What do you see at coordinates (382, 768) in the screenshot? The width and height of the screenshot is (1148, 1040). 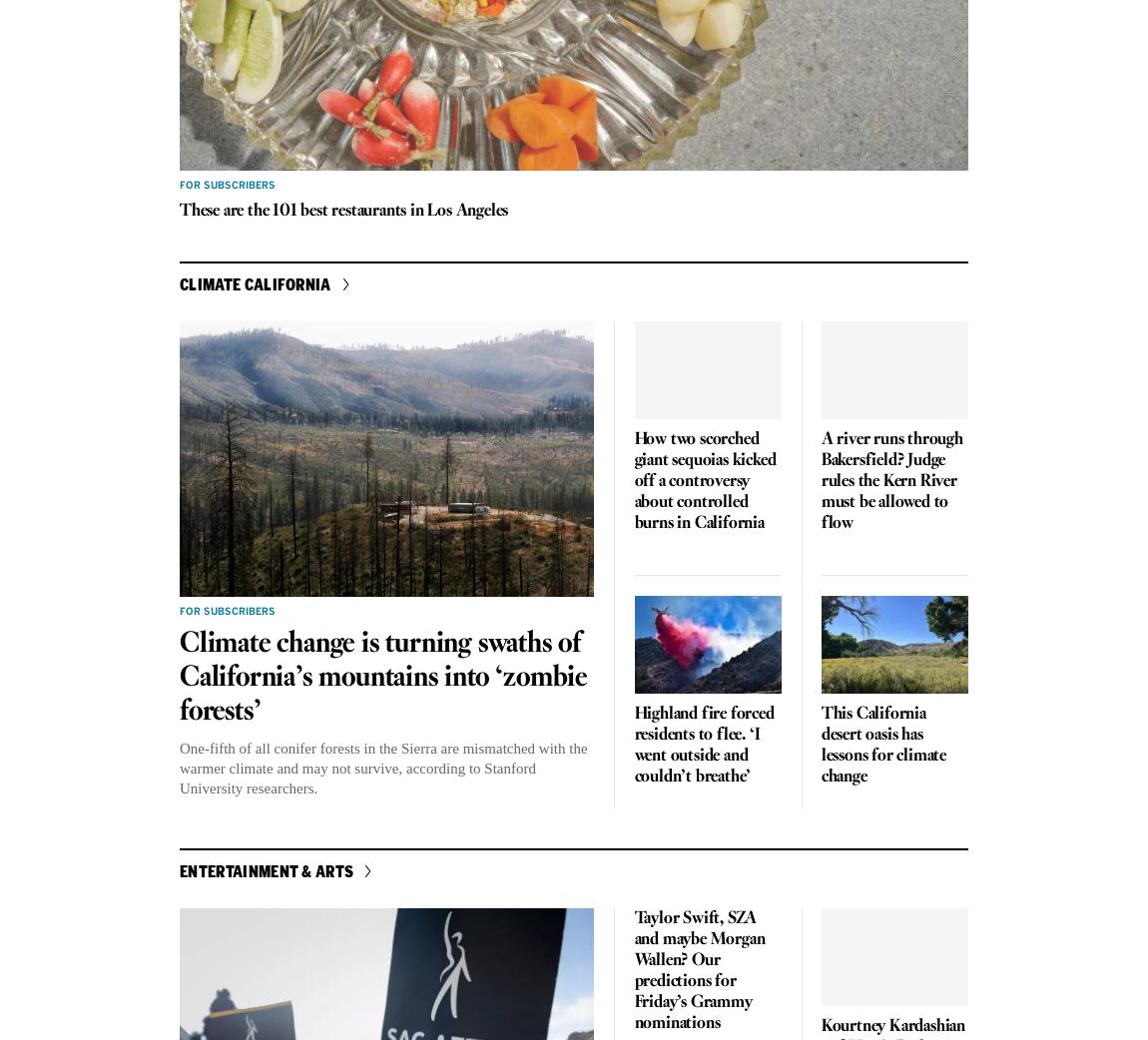 I see `'One-fifth of all conifer forests in the Sierra are mismatched with the warmer climate and may not survive, according to Stanford University researchers.'` at bounding box center [382, 768].